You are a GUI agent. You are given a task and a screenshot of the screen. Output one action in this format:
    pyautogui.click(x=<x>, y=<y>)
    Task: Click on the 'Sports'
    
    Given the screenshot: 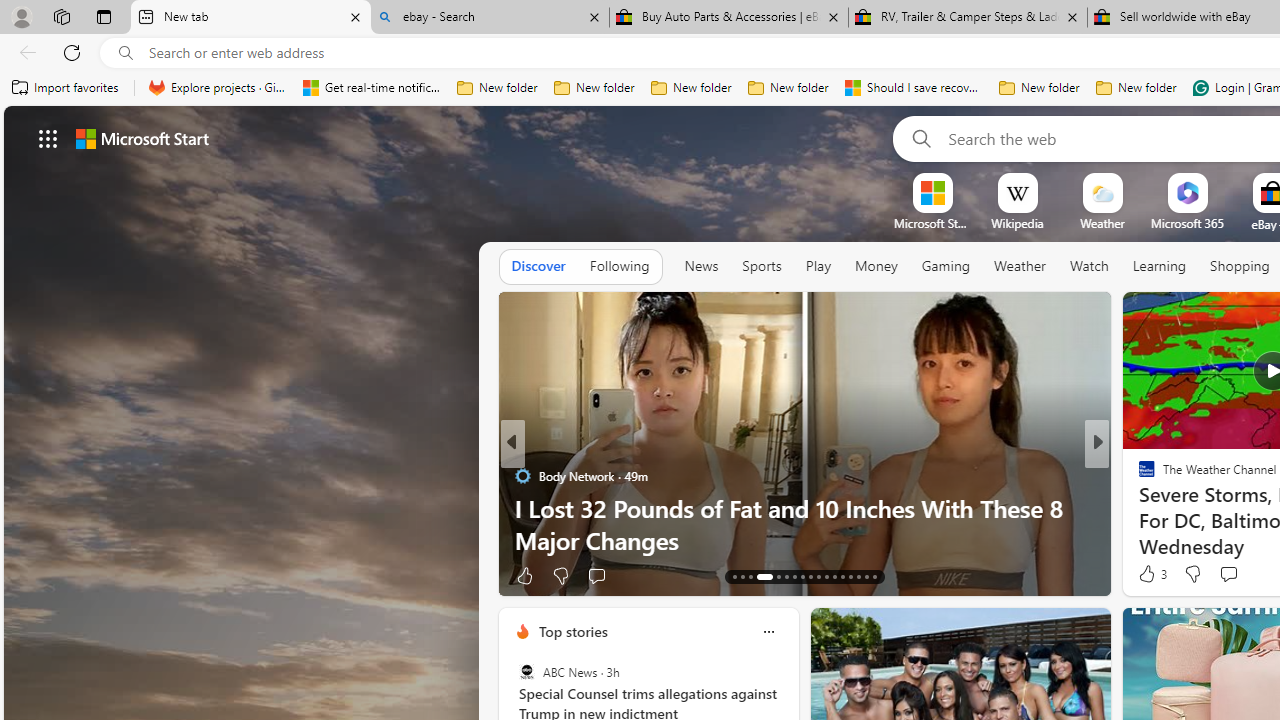 What is the action you would take?
    pyautogui.click(x=760, y=266)
    